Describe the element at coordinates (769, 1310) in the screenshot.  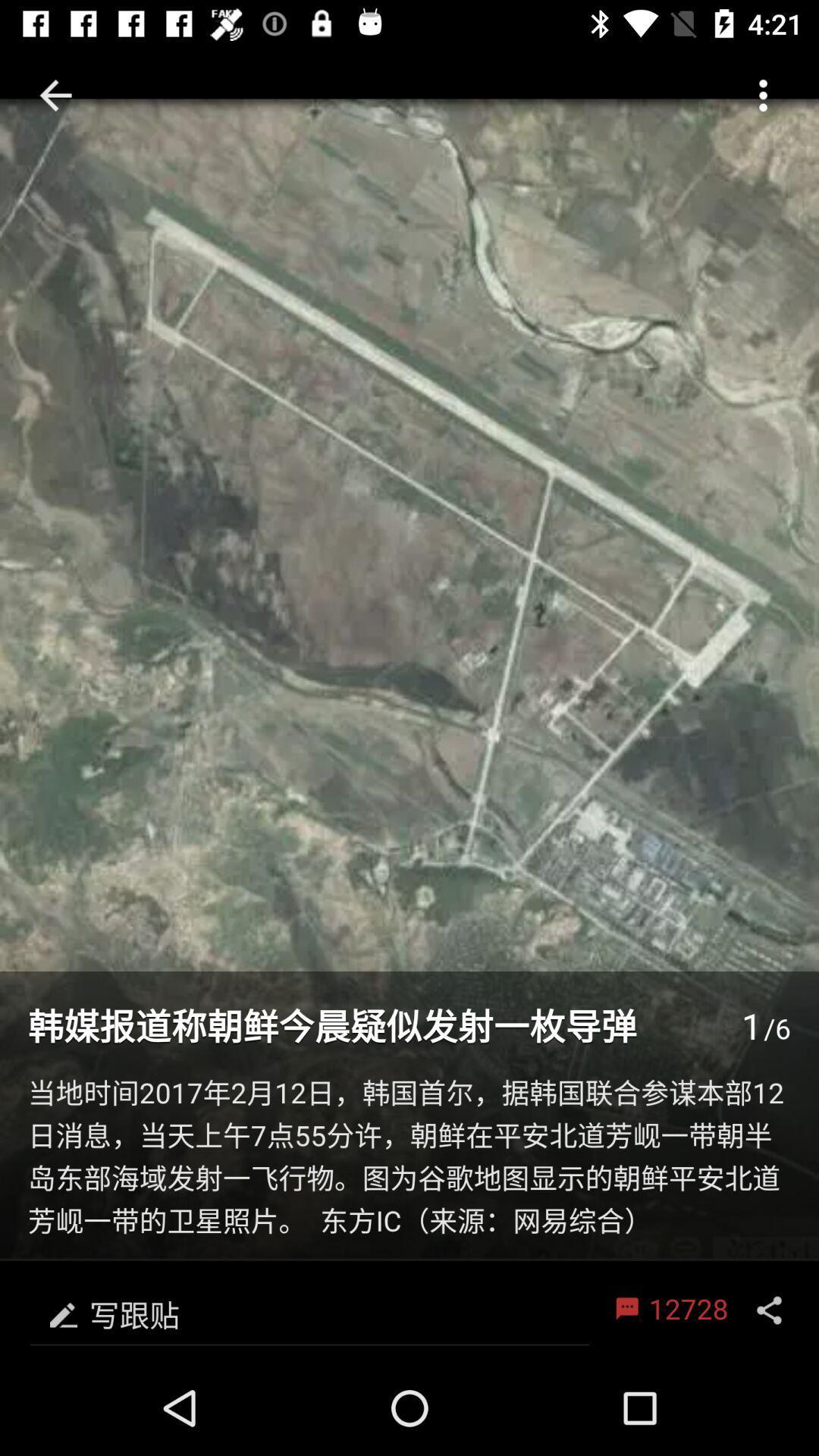
I see `icon to the right of 12728 icon` at that location.